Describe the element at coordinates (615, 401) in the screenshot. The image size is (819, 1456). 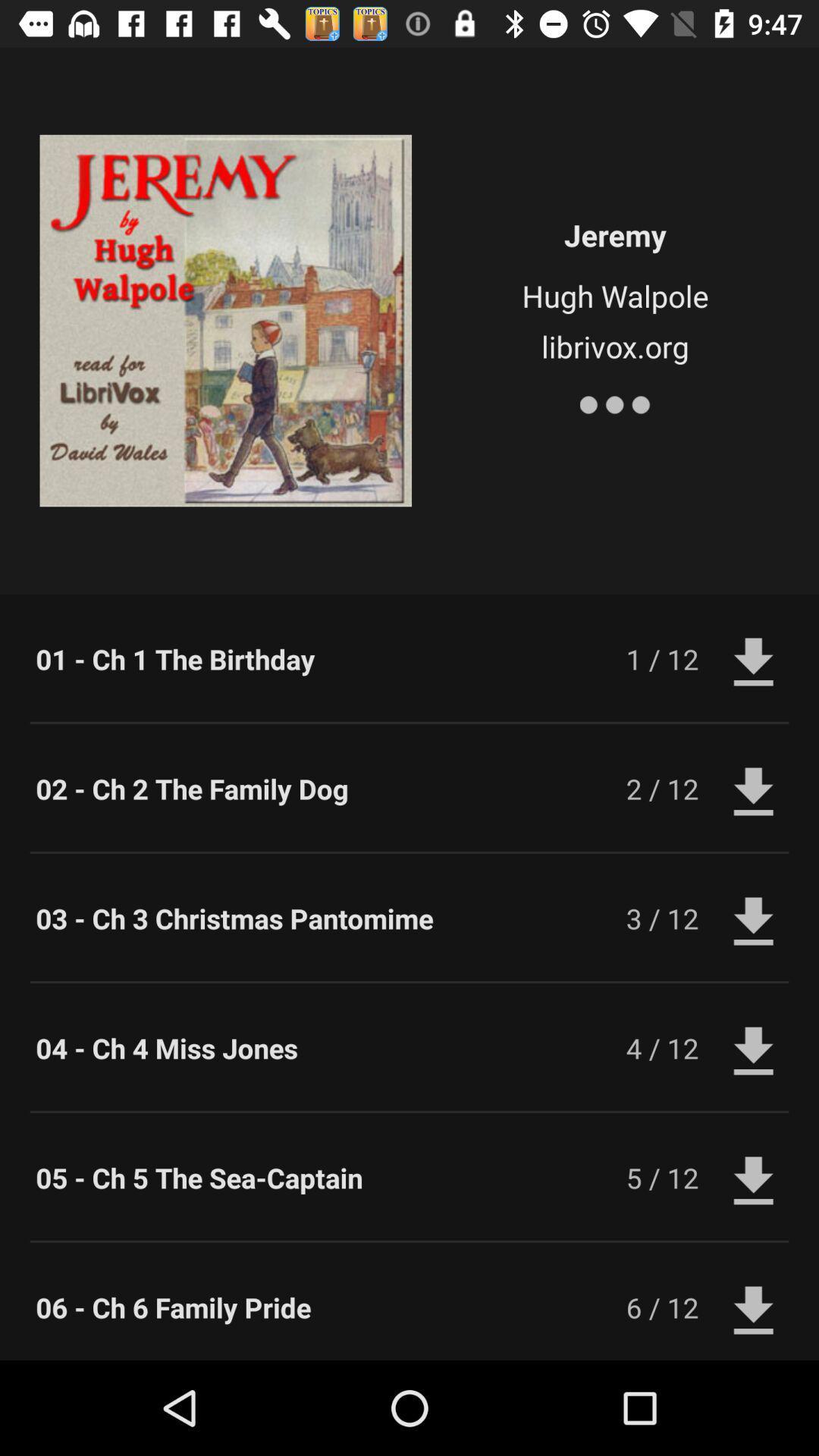
I see `icon below librivox.org icon` at that location.